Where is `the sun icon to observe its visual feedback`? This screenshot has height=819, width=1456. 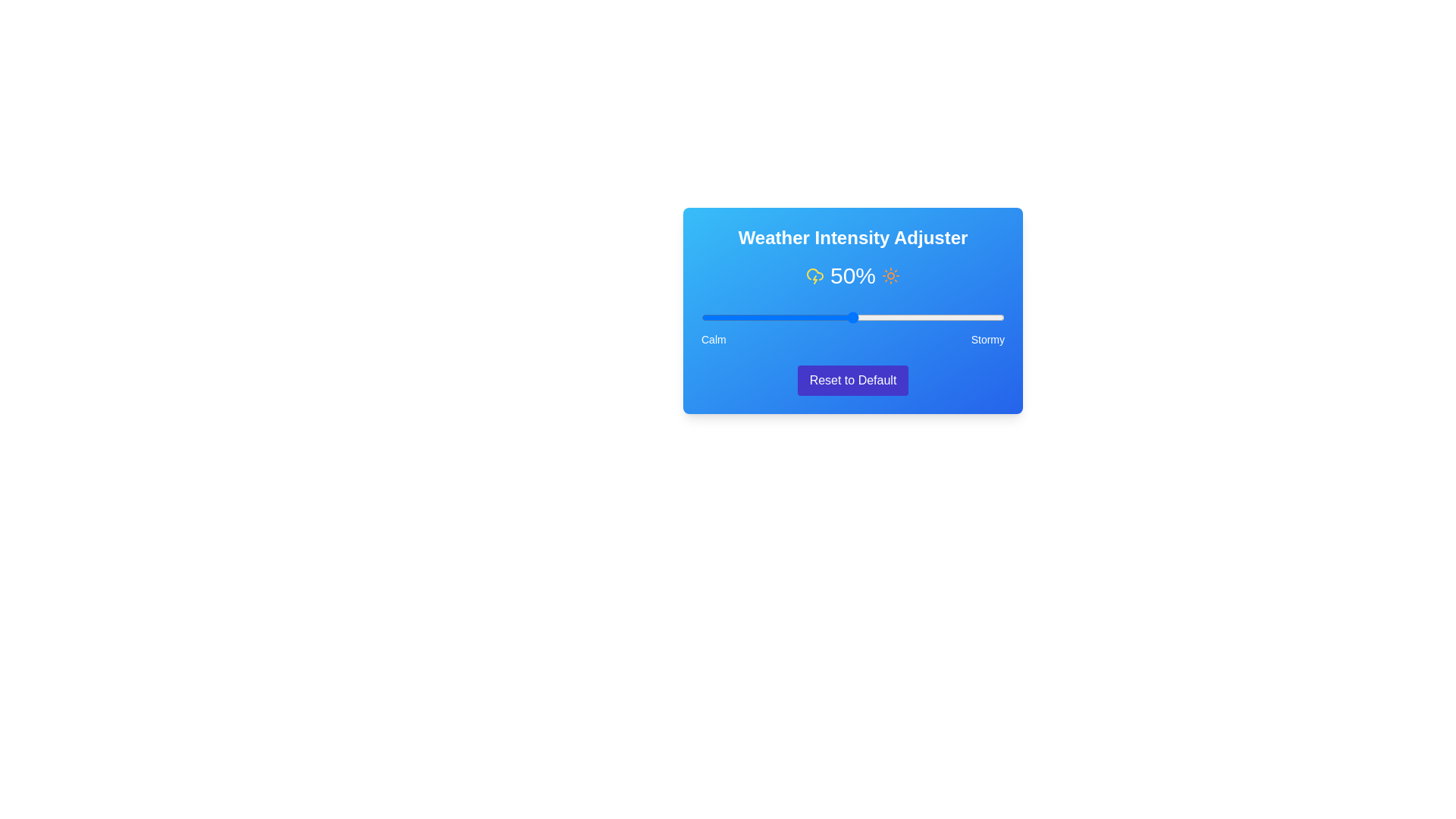
the sun icon to observe its visual feedback is located at coordinates (891, 275).